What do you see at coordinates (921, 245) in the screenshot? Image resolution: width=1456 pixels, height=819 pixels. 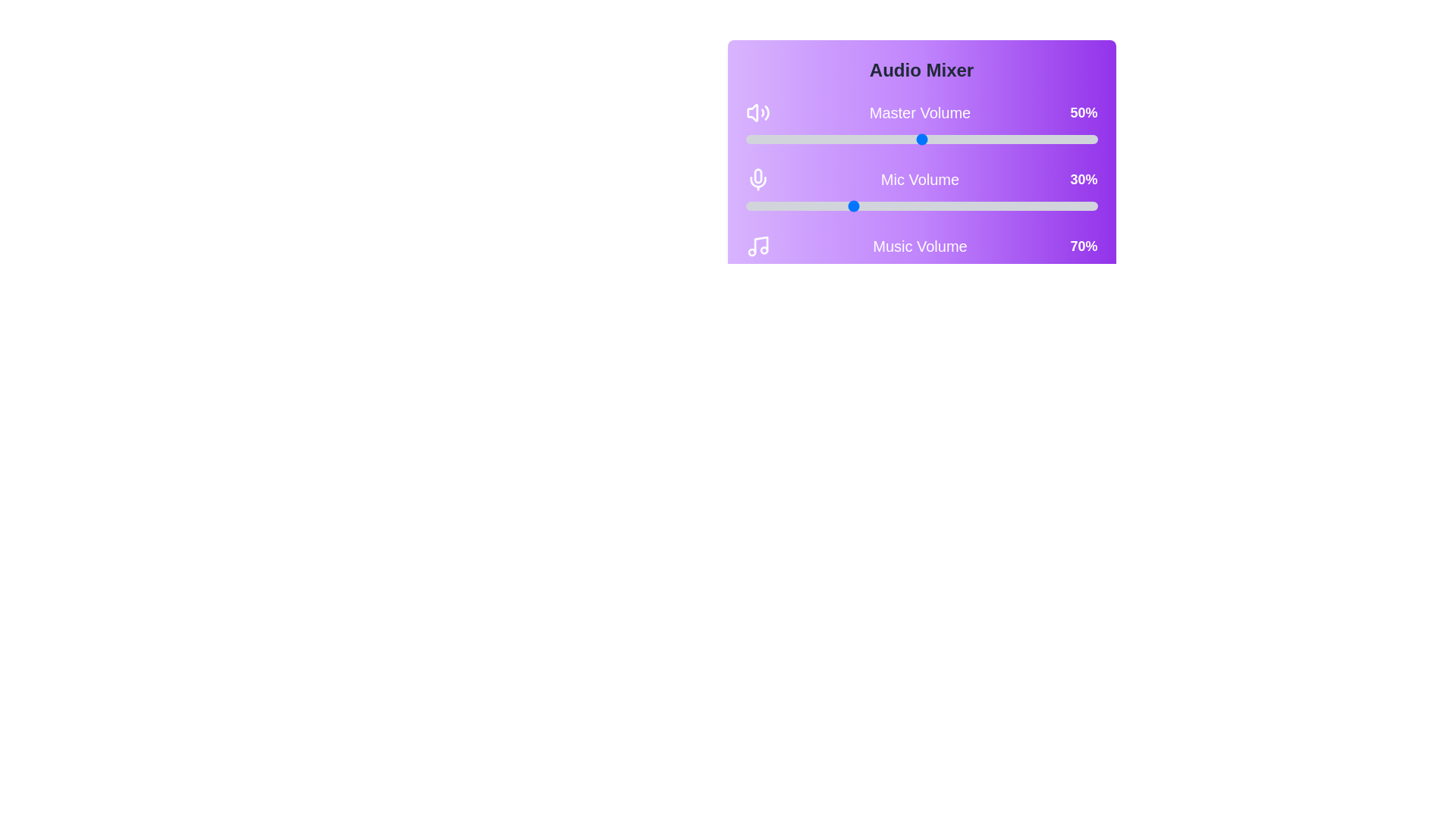 I see `the Informative Label displaying 'Music Volume' with a percentage of '70%' and a music note icon, which is the third element in a series of volume sections` at bounding box center [921, 245].